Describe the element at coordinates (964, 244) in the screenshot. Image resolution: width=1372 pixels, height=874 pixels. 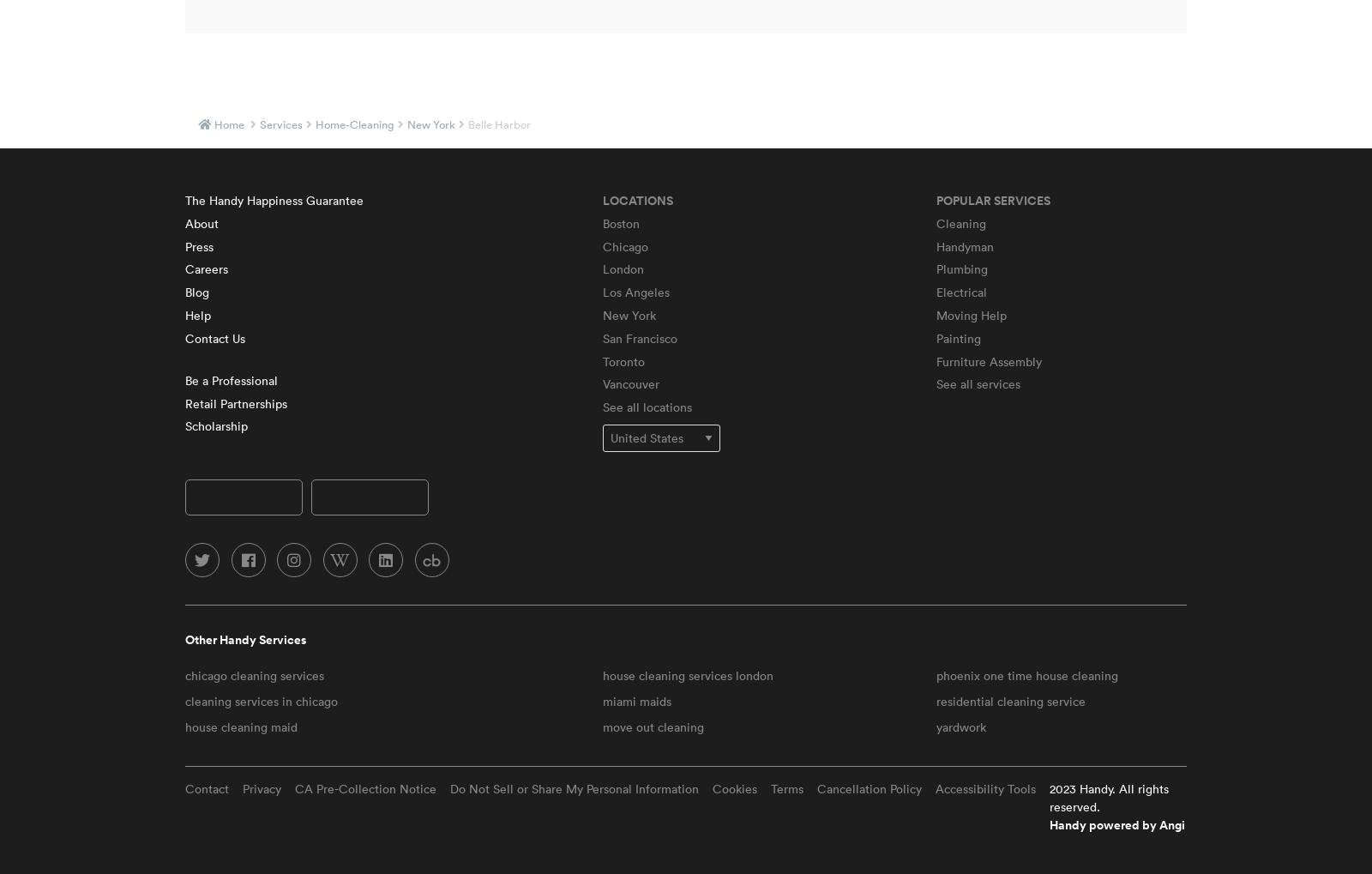
I see `'Handyman'` at that location.